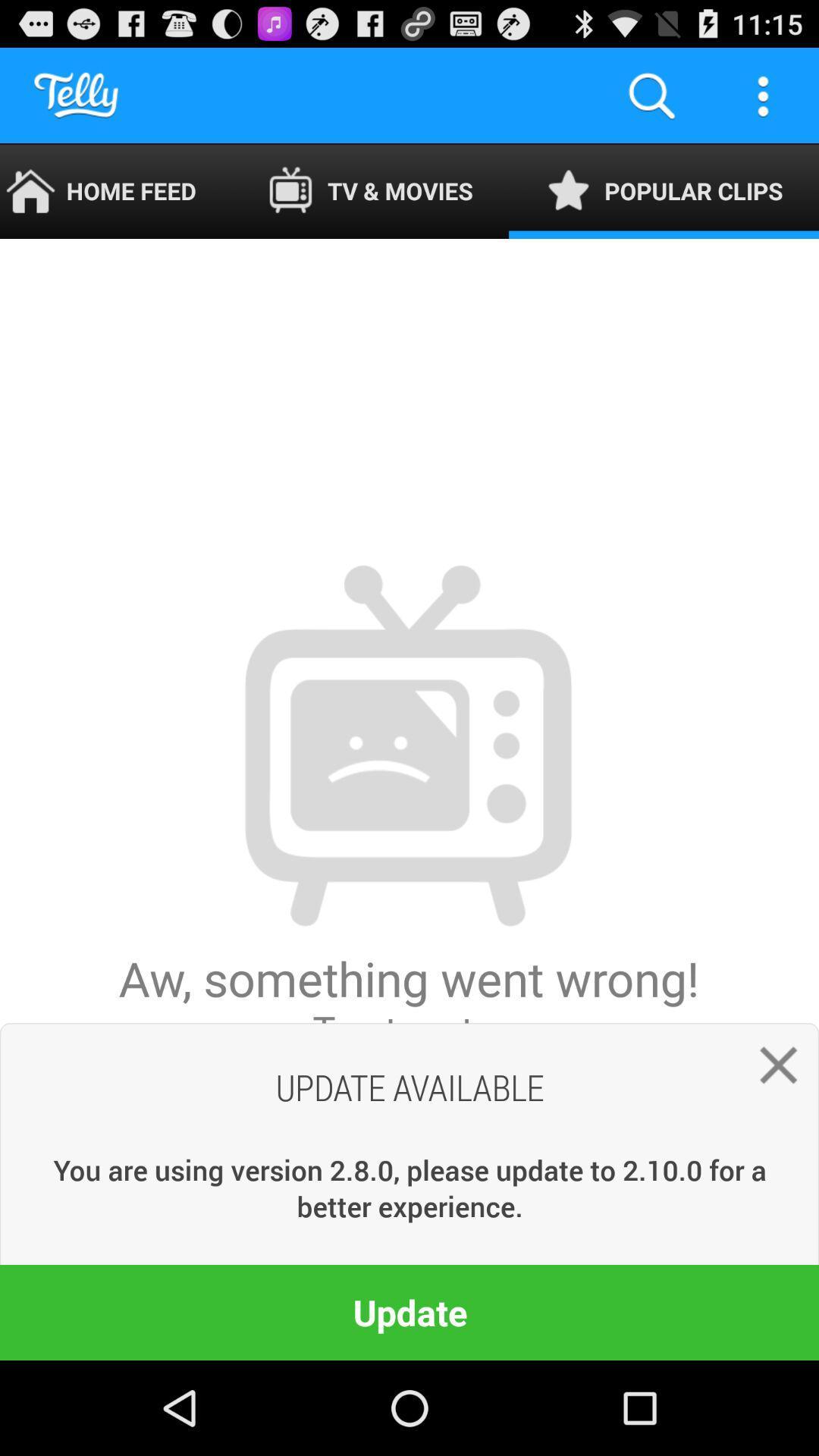 This screenshot has height=1456, width=819. Describe the element at coordinates (408, 799) in the screenshot. I see `the item above the you are using item` at that location.